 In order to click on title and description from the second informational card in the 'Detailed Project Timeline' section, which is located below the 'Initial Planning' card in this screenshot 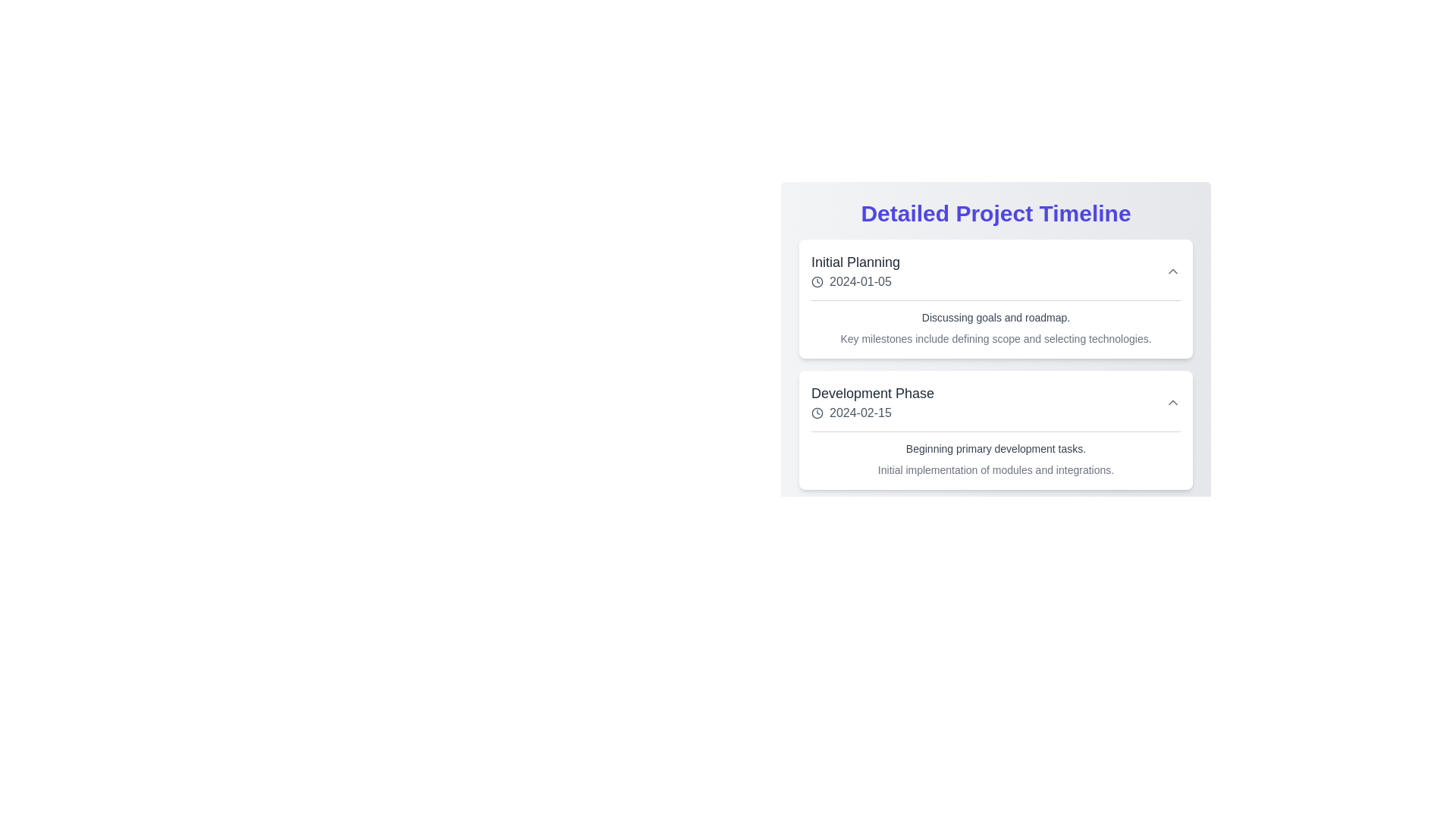, I will do `click(996, 430)`.